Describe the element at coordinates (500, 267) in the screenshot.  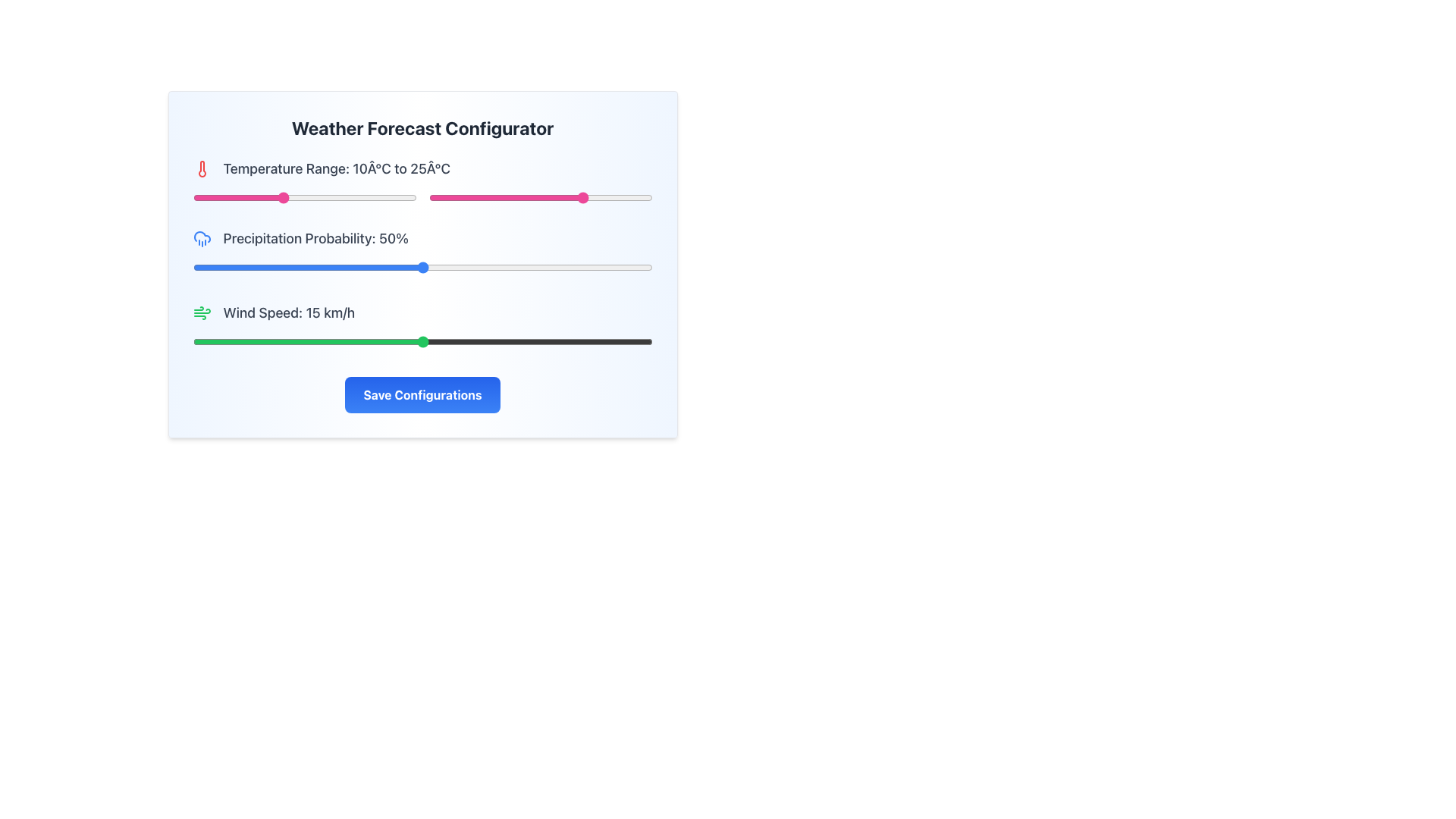
I see `the precipitation probability` at that location.